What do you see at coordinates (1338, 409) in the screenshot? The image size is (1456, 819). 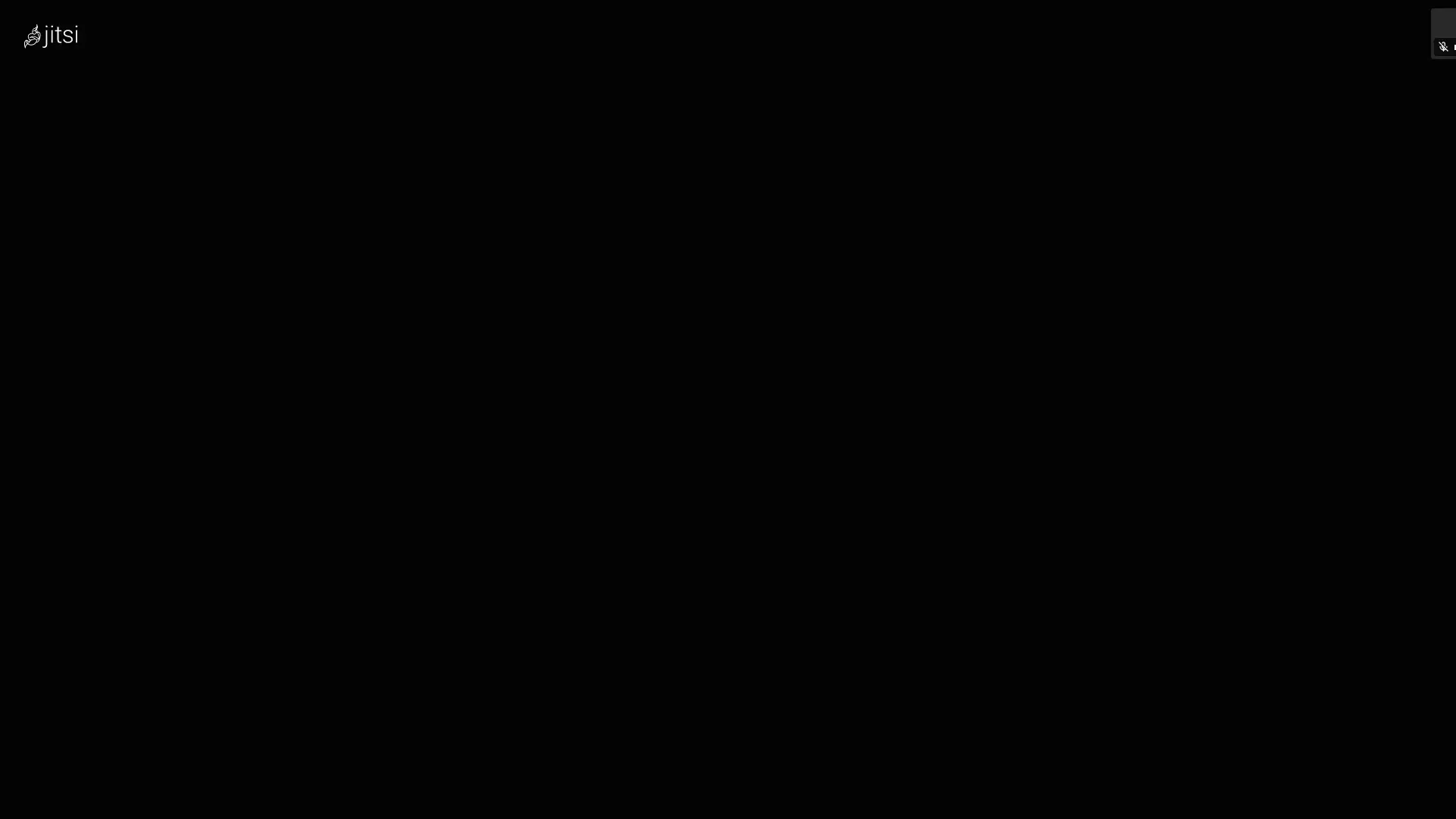 I see `Toggle filmstrip` at bounding box center [1338, 409].